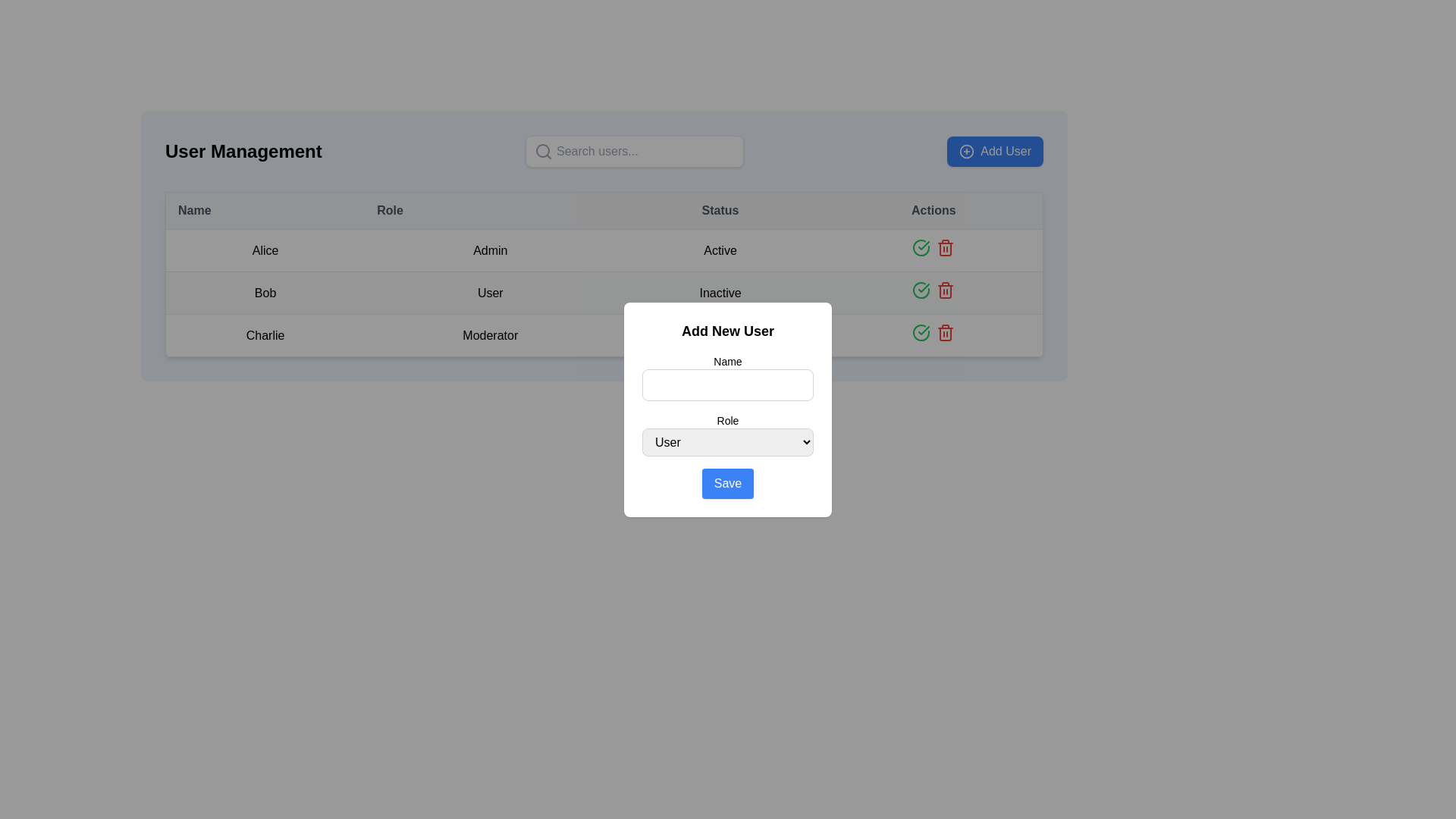 This screenshot has height=819, width=1456. Describe the element at coordinates (603, 249) in the screenshot. I see `the first row in the table that displays user information for Alice, who is an Admin with Active status` at that location.